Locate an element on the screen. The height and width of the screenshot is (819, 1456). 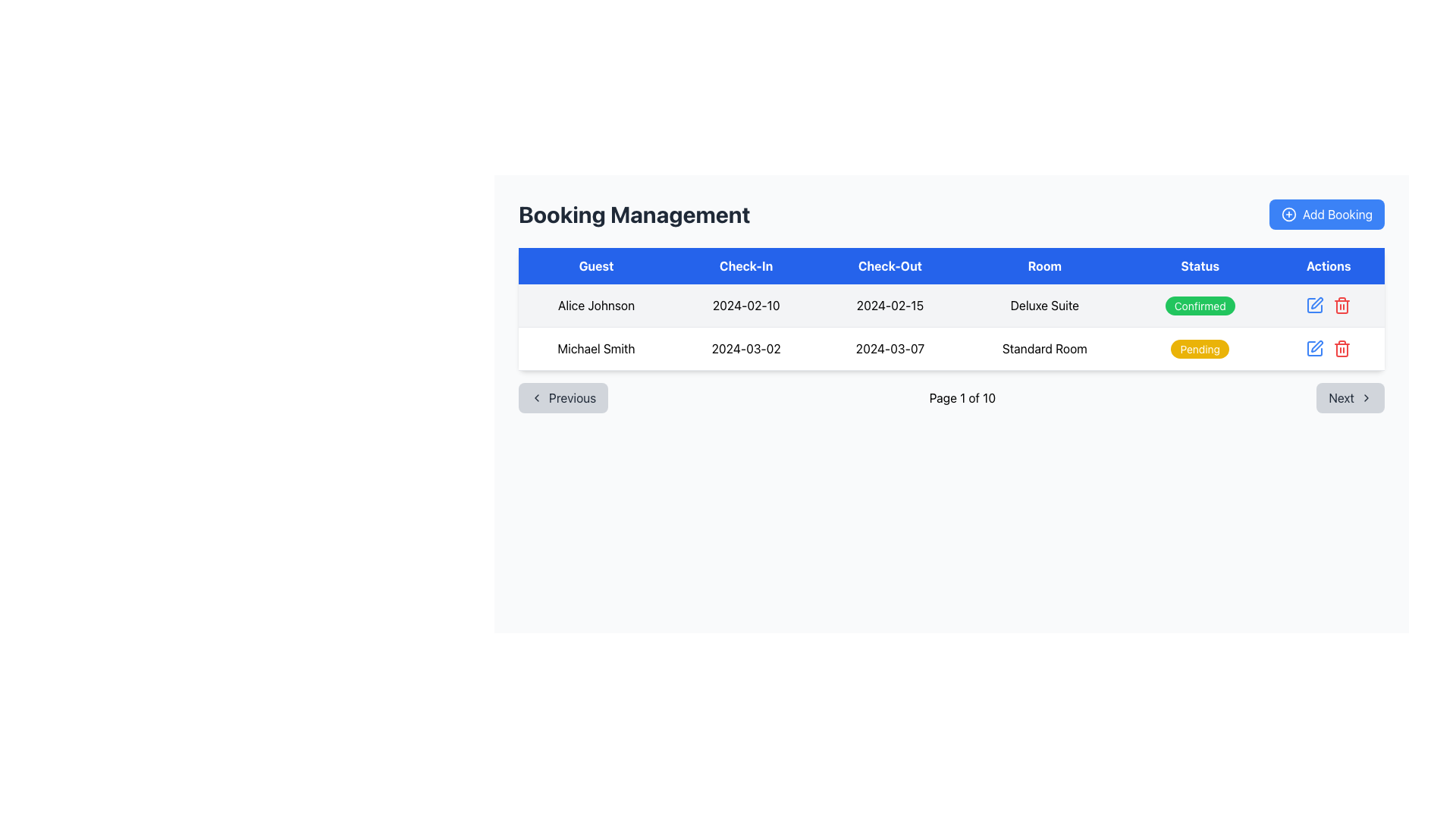
the leftward-pointing chevron icon within the 'Previous' button located at the bottom-left corner of the pagination control area is located at coordinates (537, 397).